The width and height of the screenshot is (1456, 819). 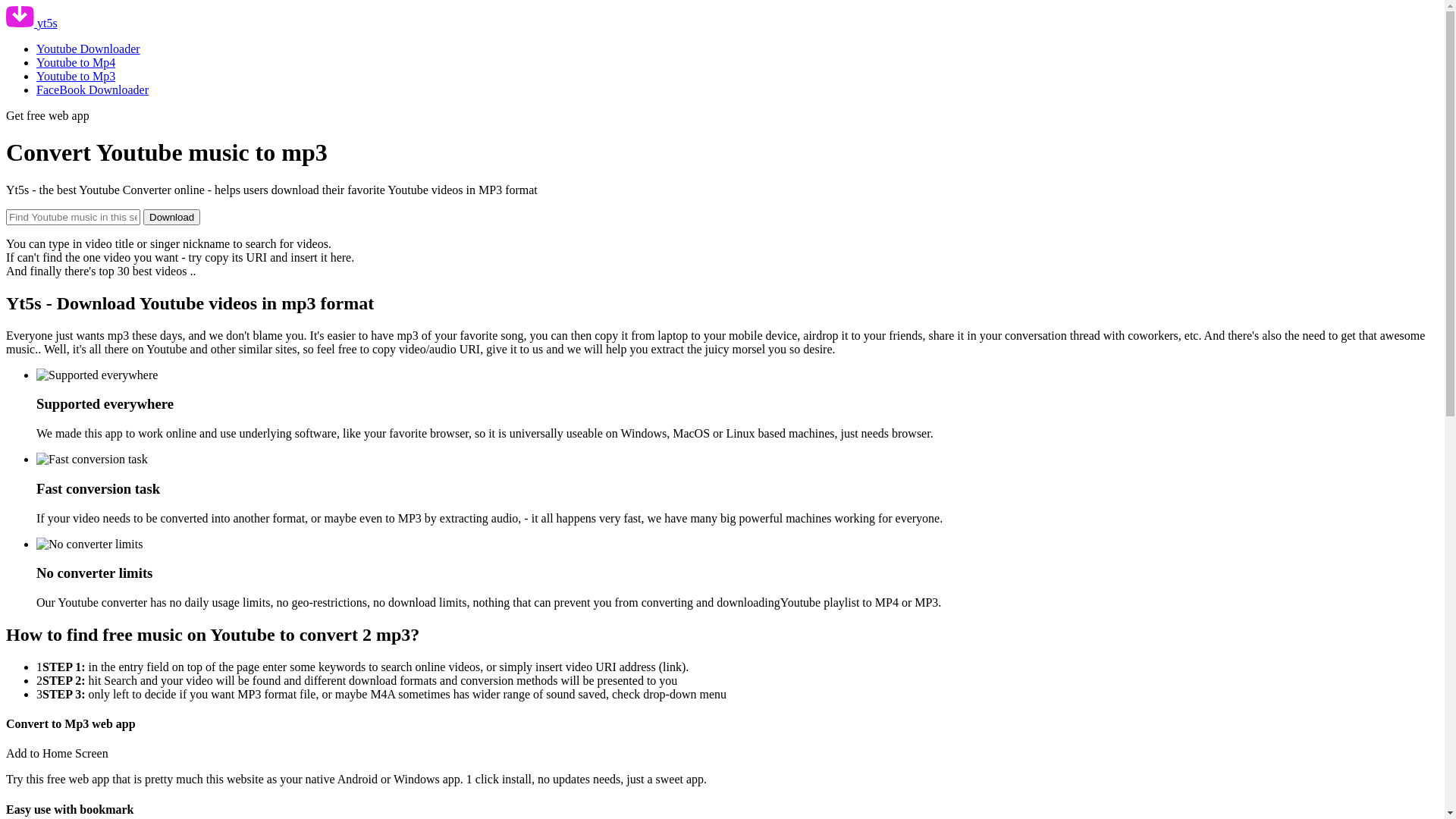 I want to click on 'Youtube Downloader', so click(x=87, y=48).